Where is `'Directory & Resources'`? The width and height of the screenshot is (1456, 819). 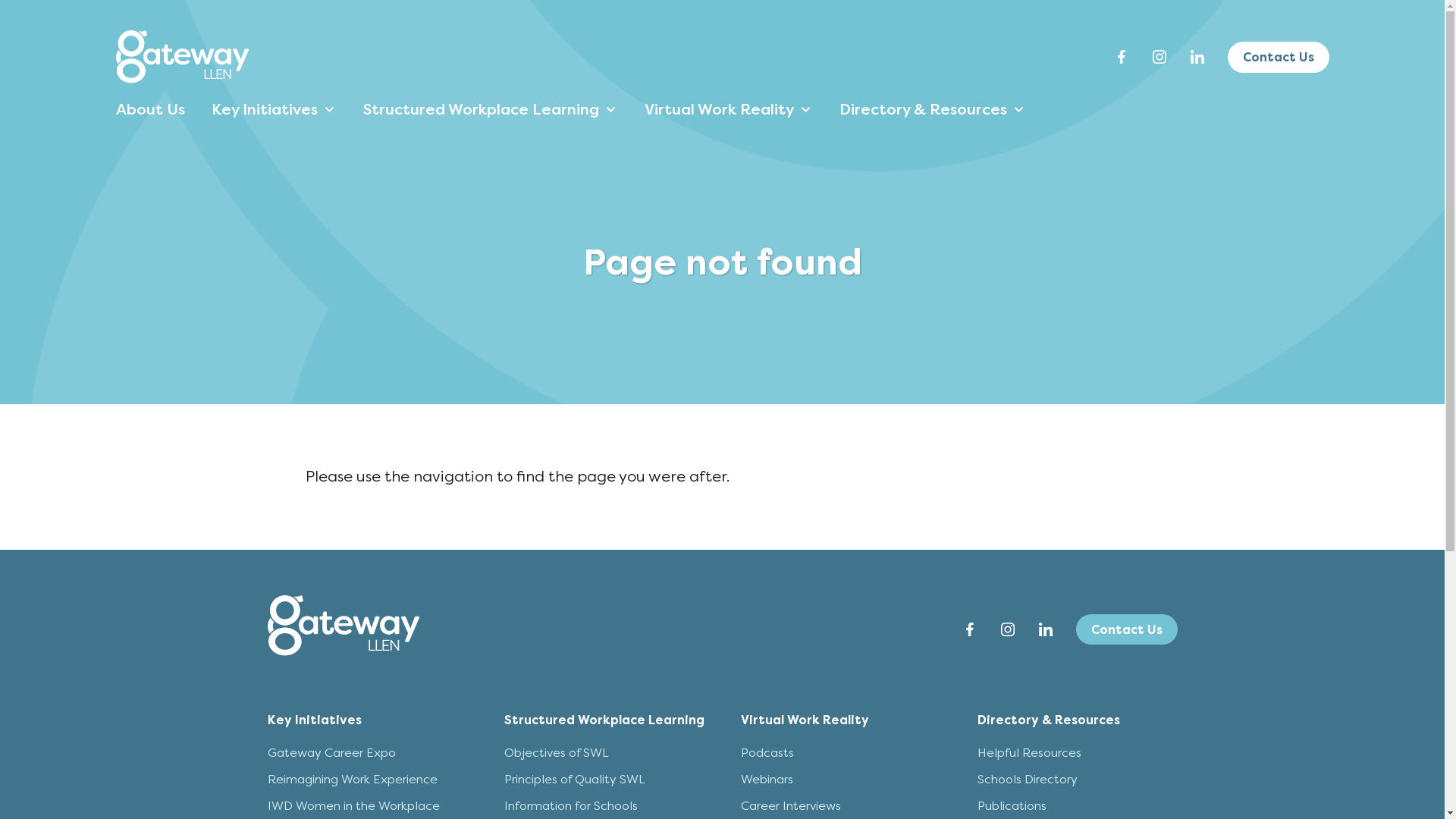 'Directory & Resources' is located at coordinates (1047, 719).